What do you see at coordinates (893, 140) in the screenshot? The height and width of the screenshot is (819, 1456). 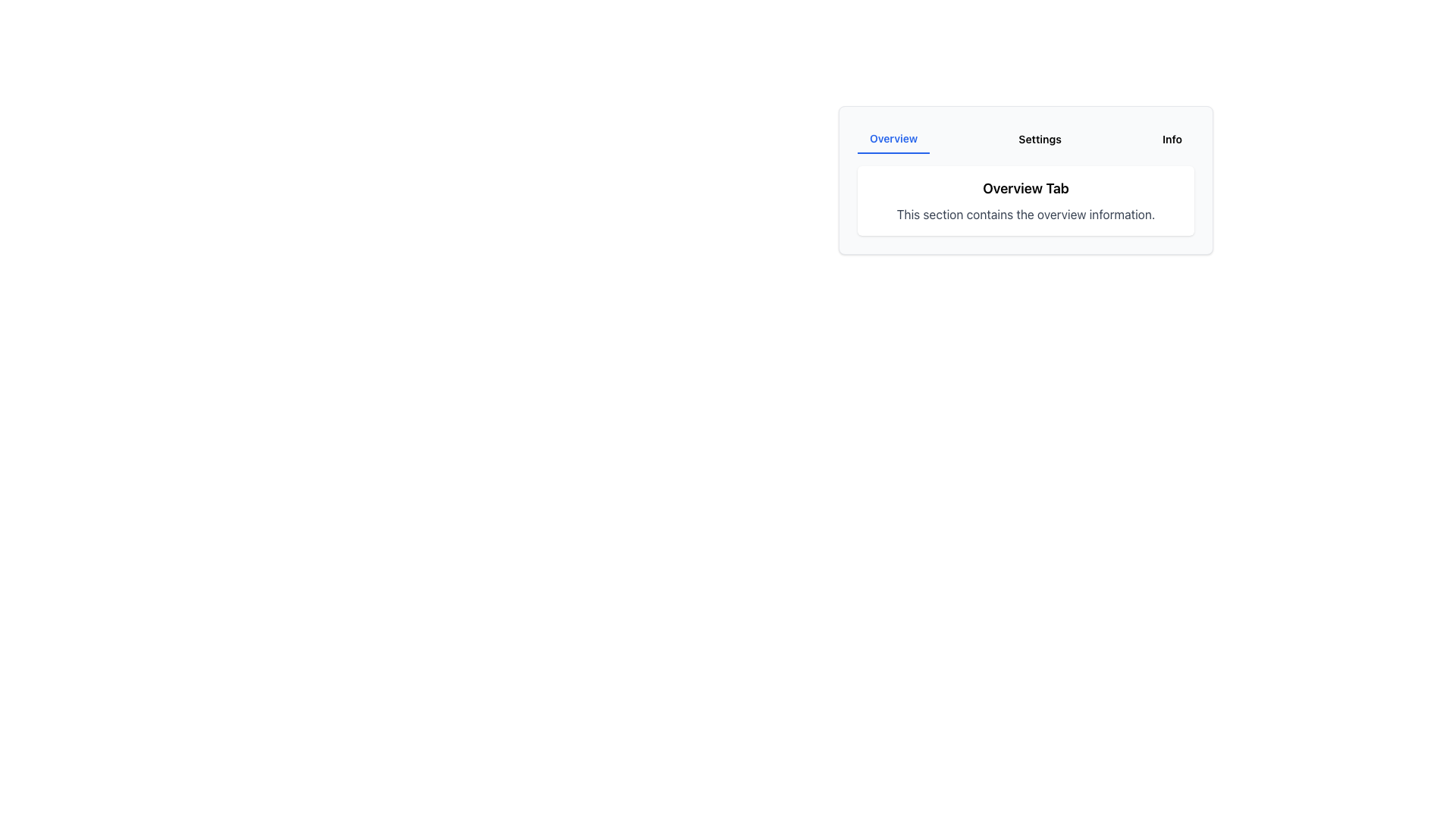 I see `the 'Overview' navigation tab element, located at the top-left of the navigation bar, to enable keyboard accessibility` at bounding box center [893, 140].